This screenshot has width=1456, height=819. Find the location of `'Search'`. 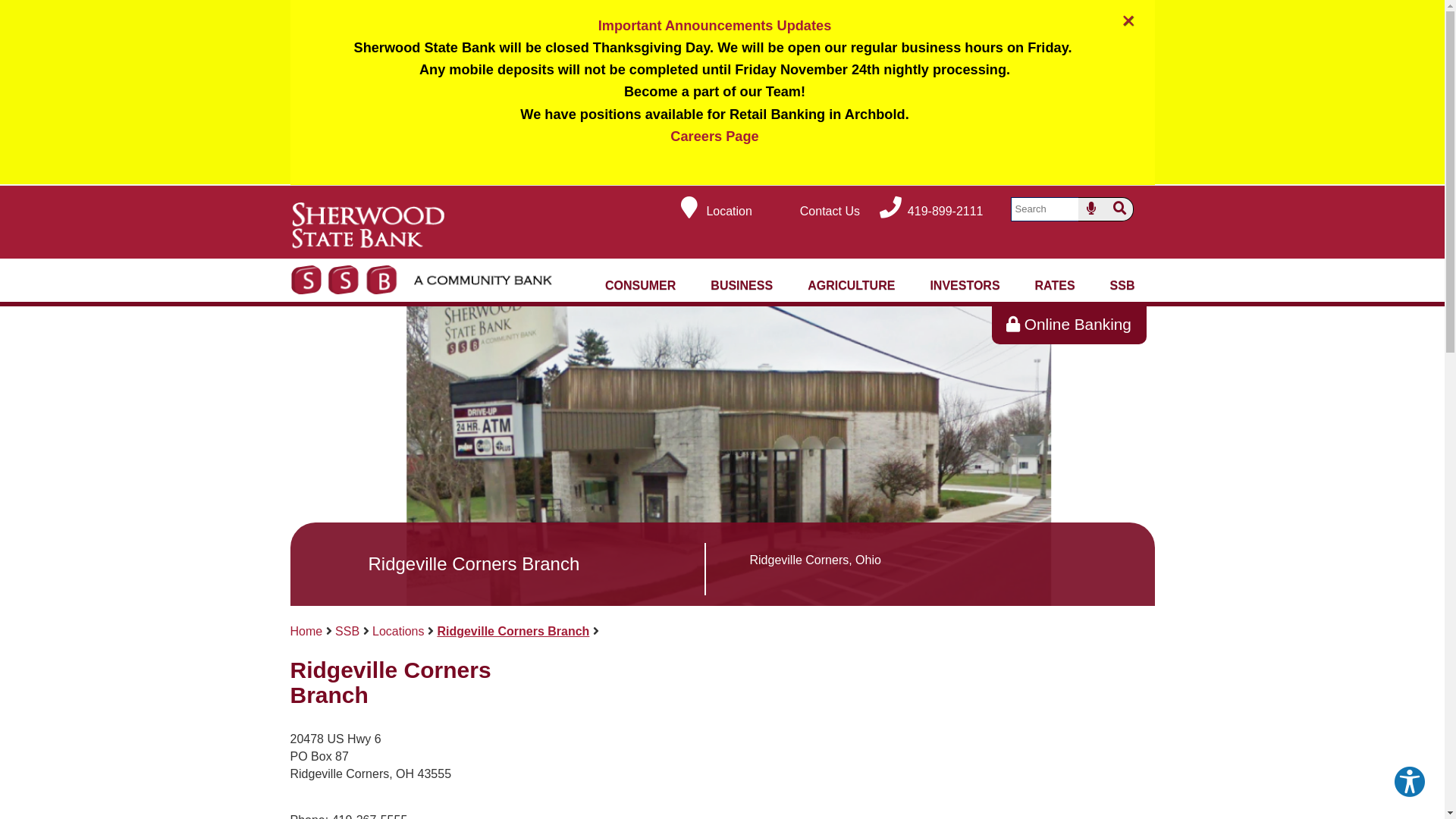

'Search' is located at coordinates (1044, 209).